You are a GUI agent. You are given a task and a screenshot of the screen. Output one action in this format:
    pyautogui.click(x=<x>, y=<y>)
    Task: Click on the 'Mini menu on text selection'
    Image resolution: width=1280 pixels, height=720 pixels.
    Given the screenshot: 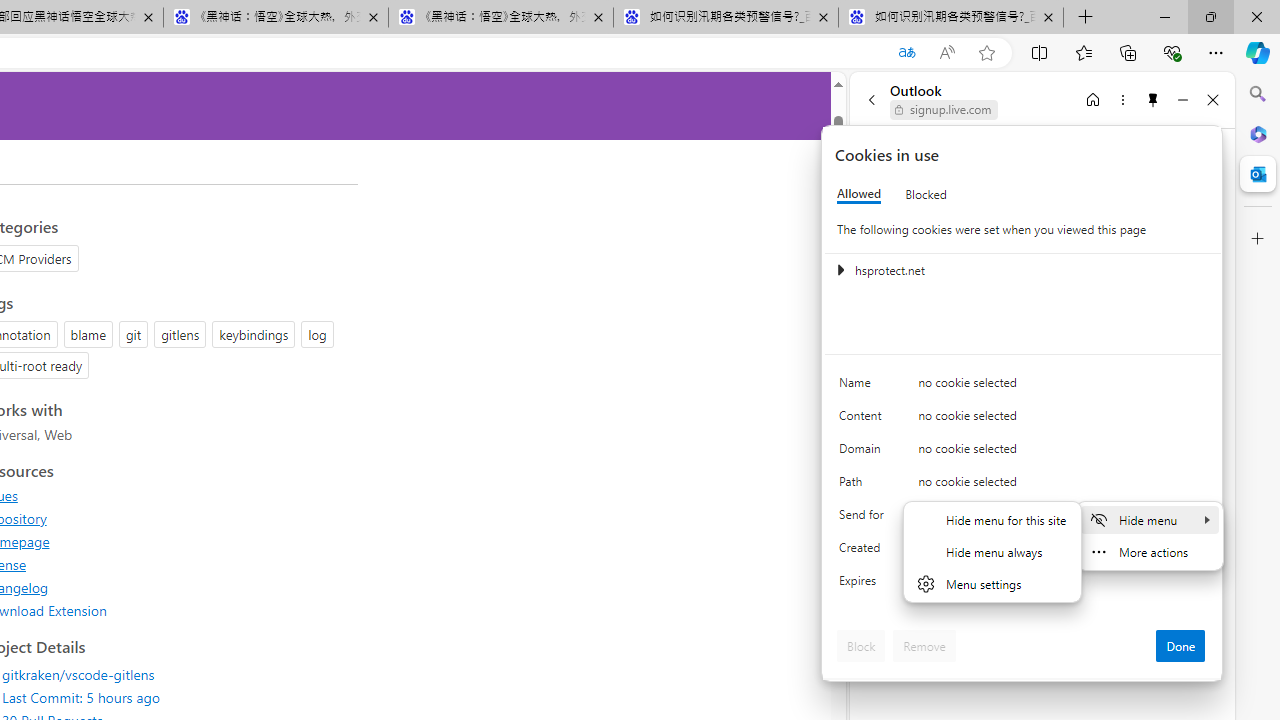 What is the action you would take?
    pyautogui.click(x=1149, y=535)
    